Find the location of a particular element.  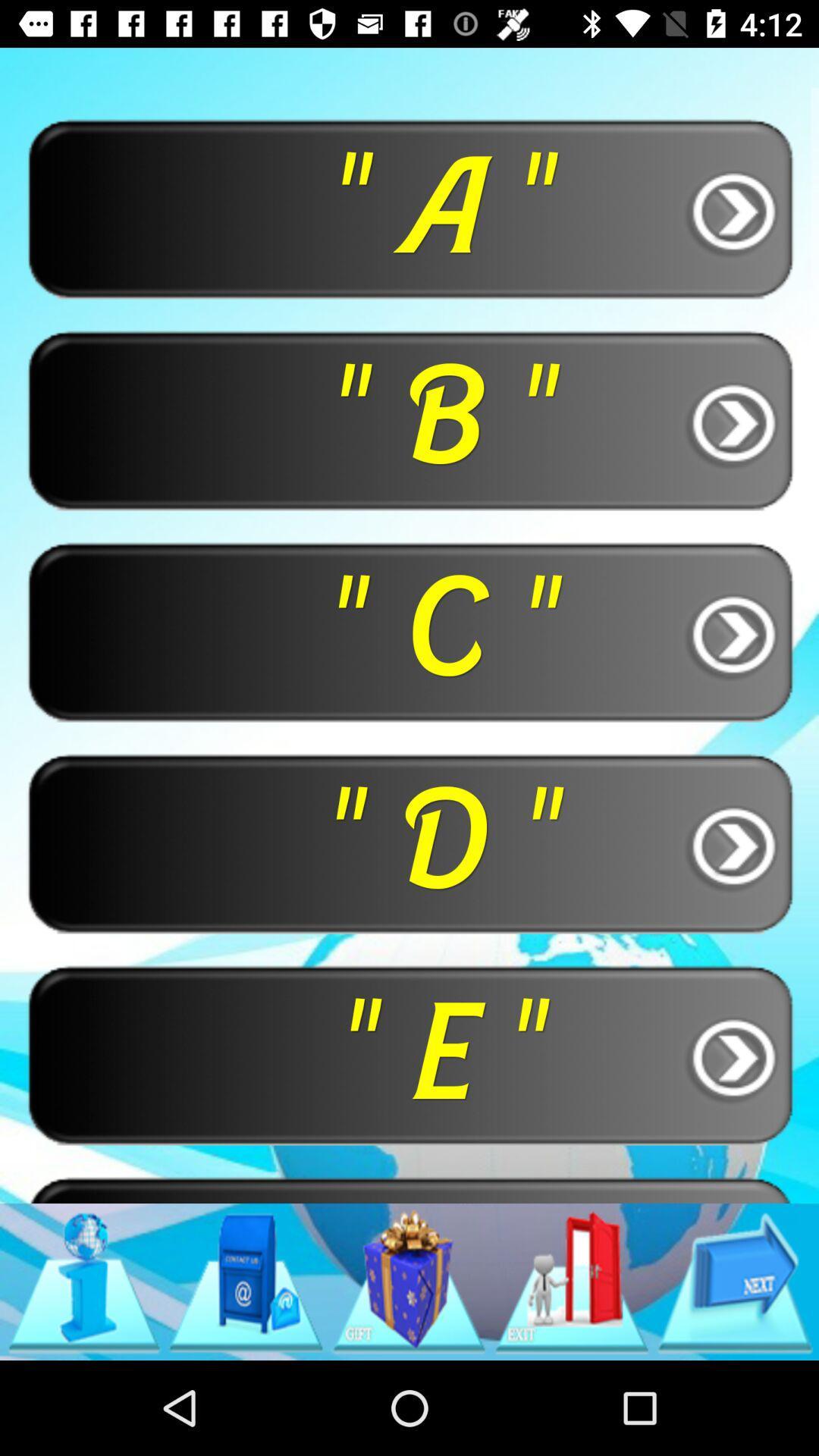

item below the   " f " is located at coordinates (572, 1281).